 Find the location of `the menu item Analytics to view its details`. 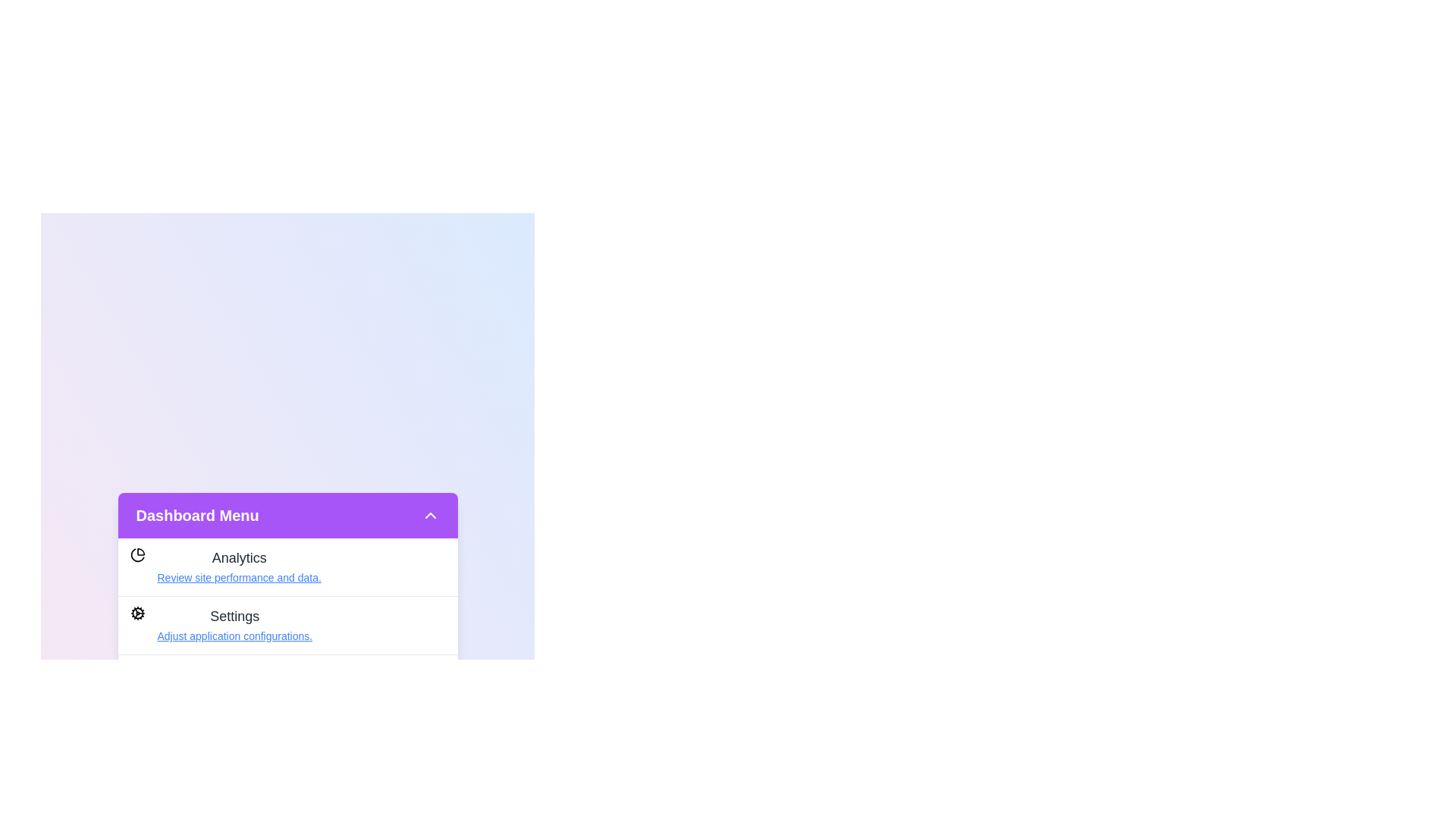

the menu item Analytics to view its details is located at coordinates (238, 578).